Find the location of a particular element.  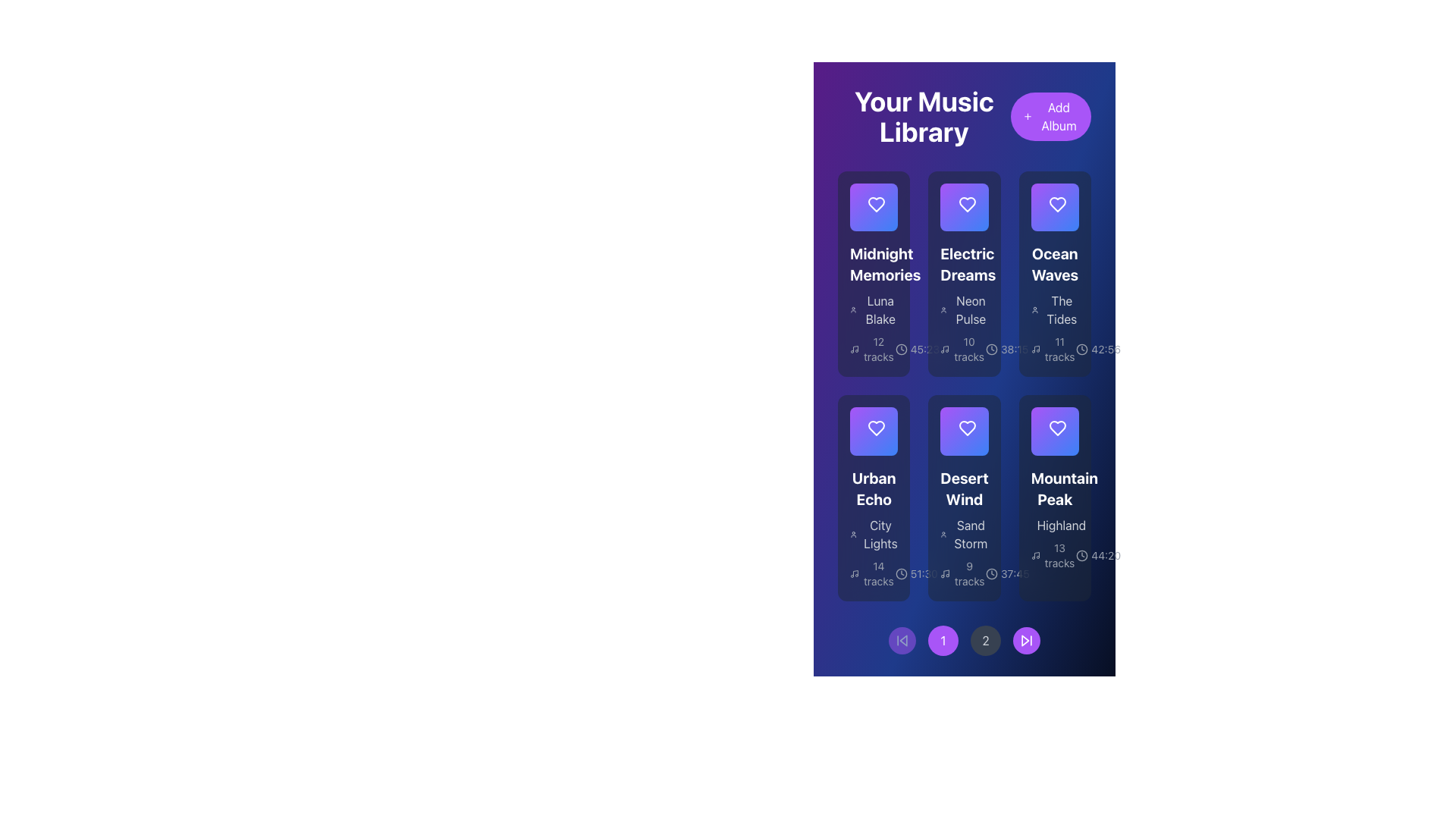

the text label element displaying '12 tracks', which is styled in a small, gray font and located below 'Luna Blake' is located at coordinates (874, 350).